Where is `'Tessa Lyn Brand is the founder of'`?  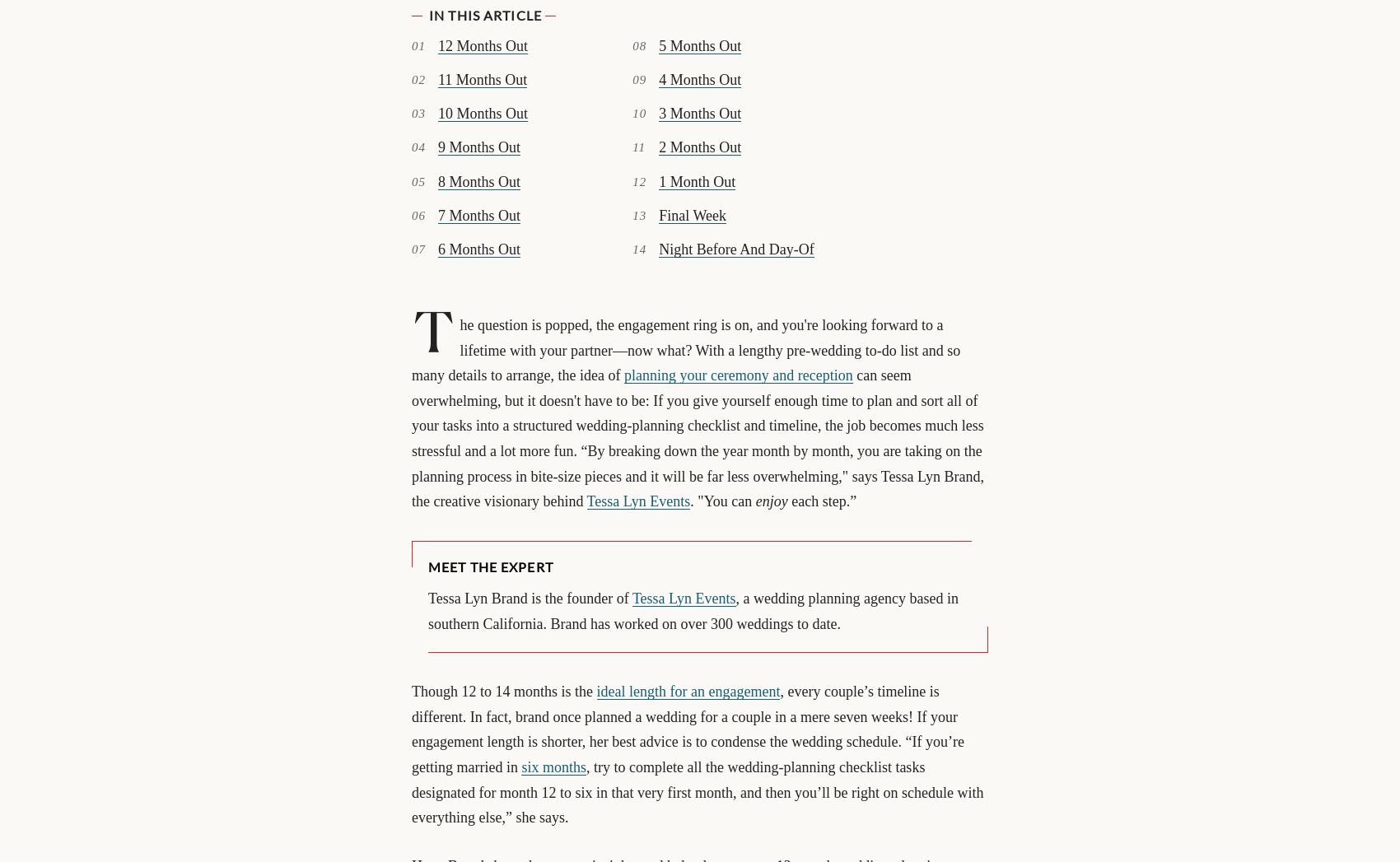
'Tessa Lyn Brand is the founder of' is located at coordinates (530, 599).